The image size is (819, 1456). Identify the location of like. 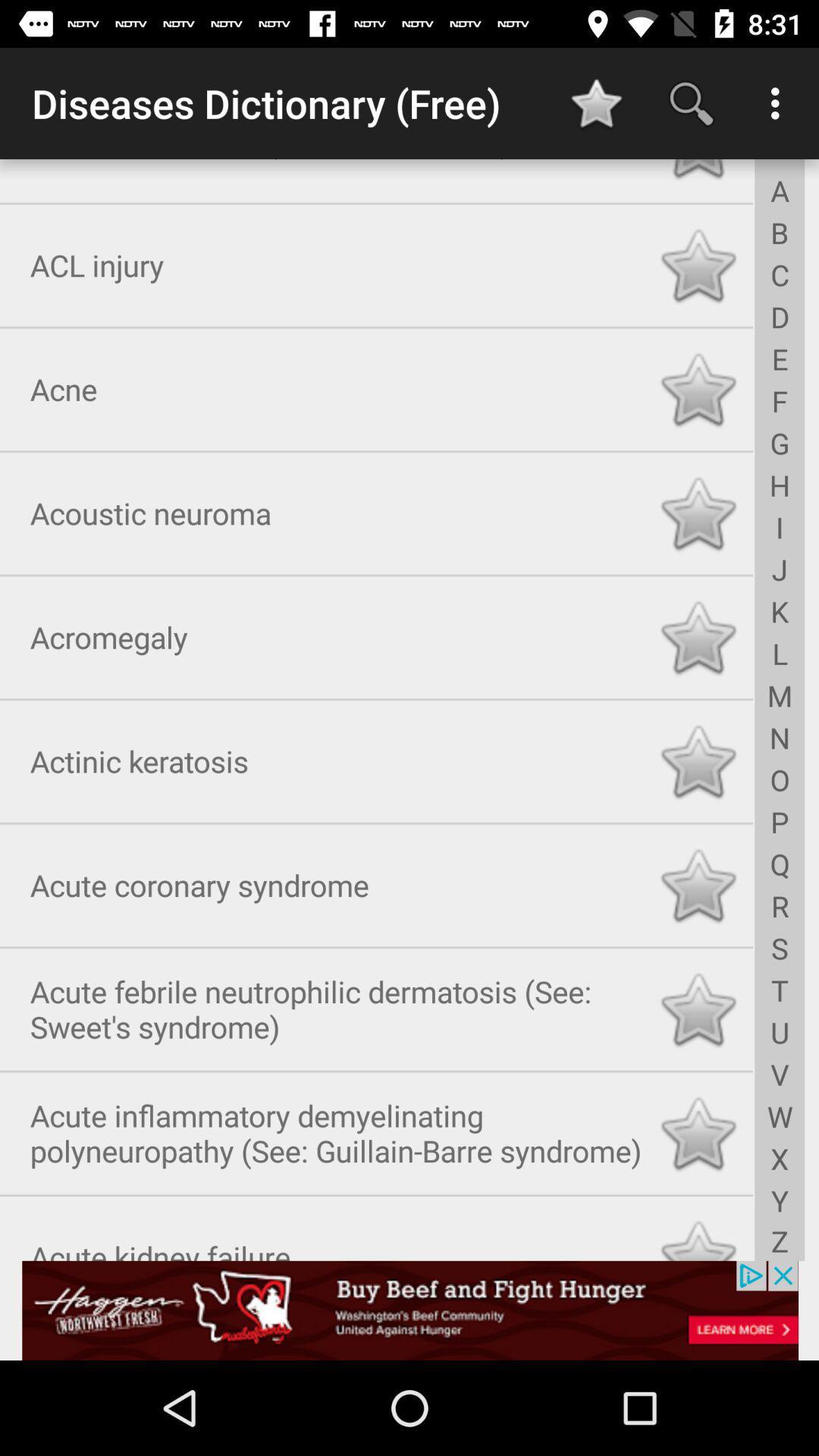
(698, 1235).